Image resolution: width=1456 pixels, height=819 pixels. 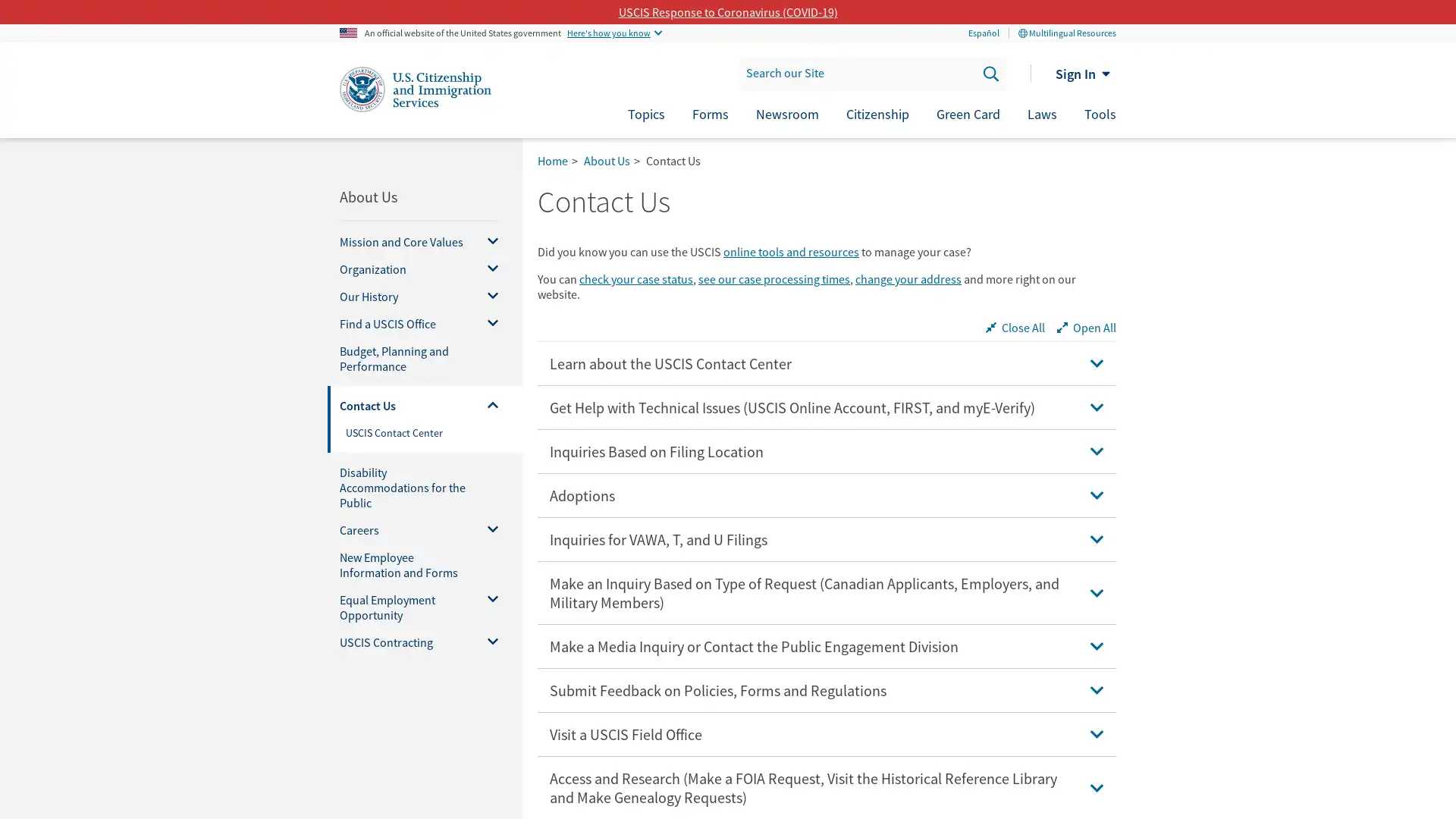 I want to click on Toggle menu for Organization, so click(x=487, y=268).